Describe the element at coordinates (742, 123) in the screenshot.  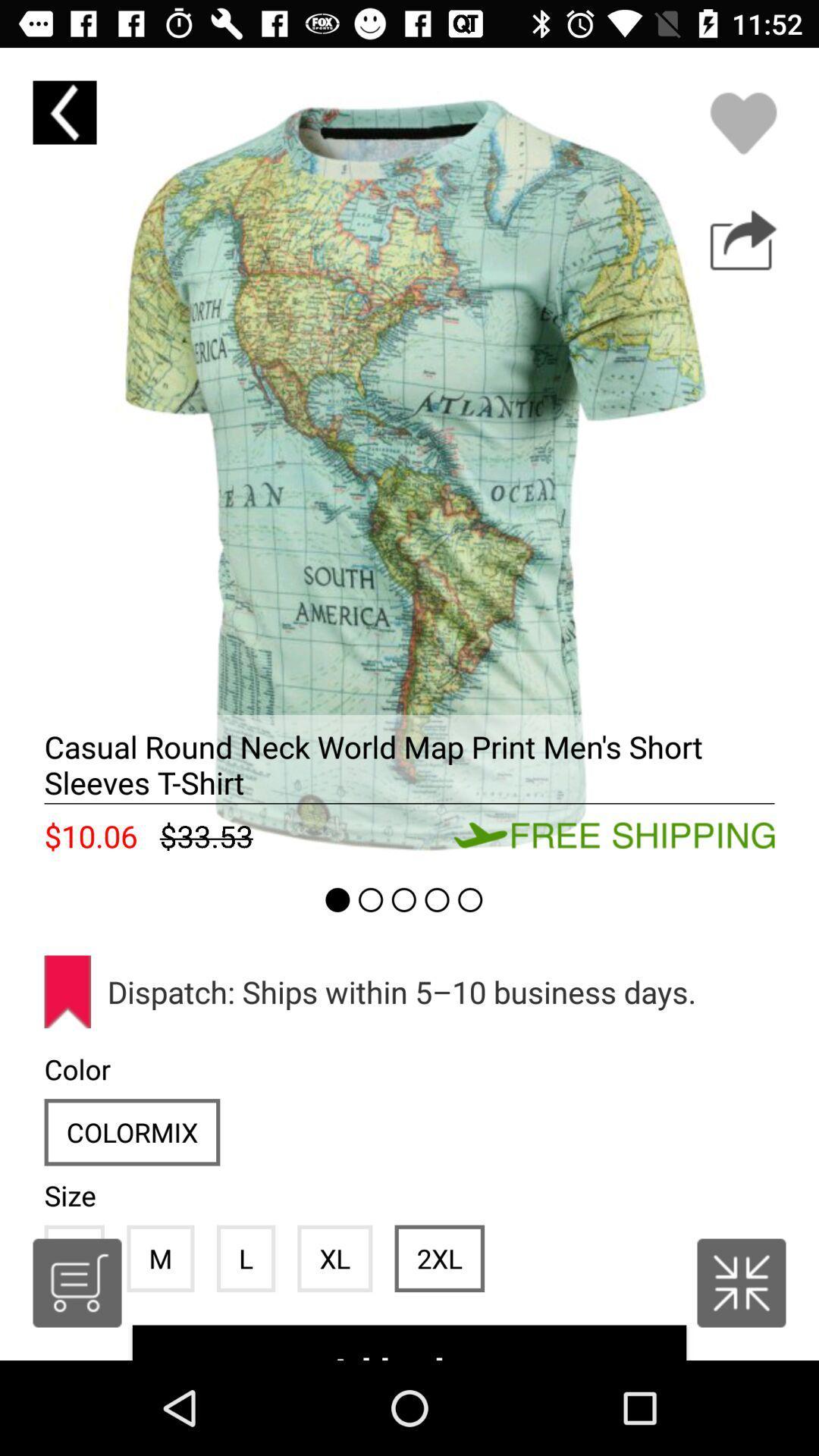
I see `the favorite icon` at that location.